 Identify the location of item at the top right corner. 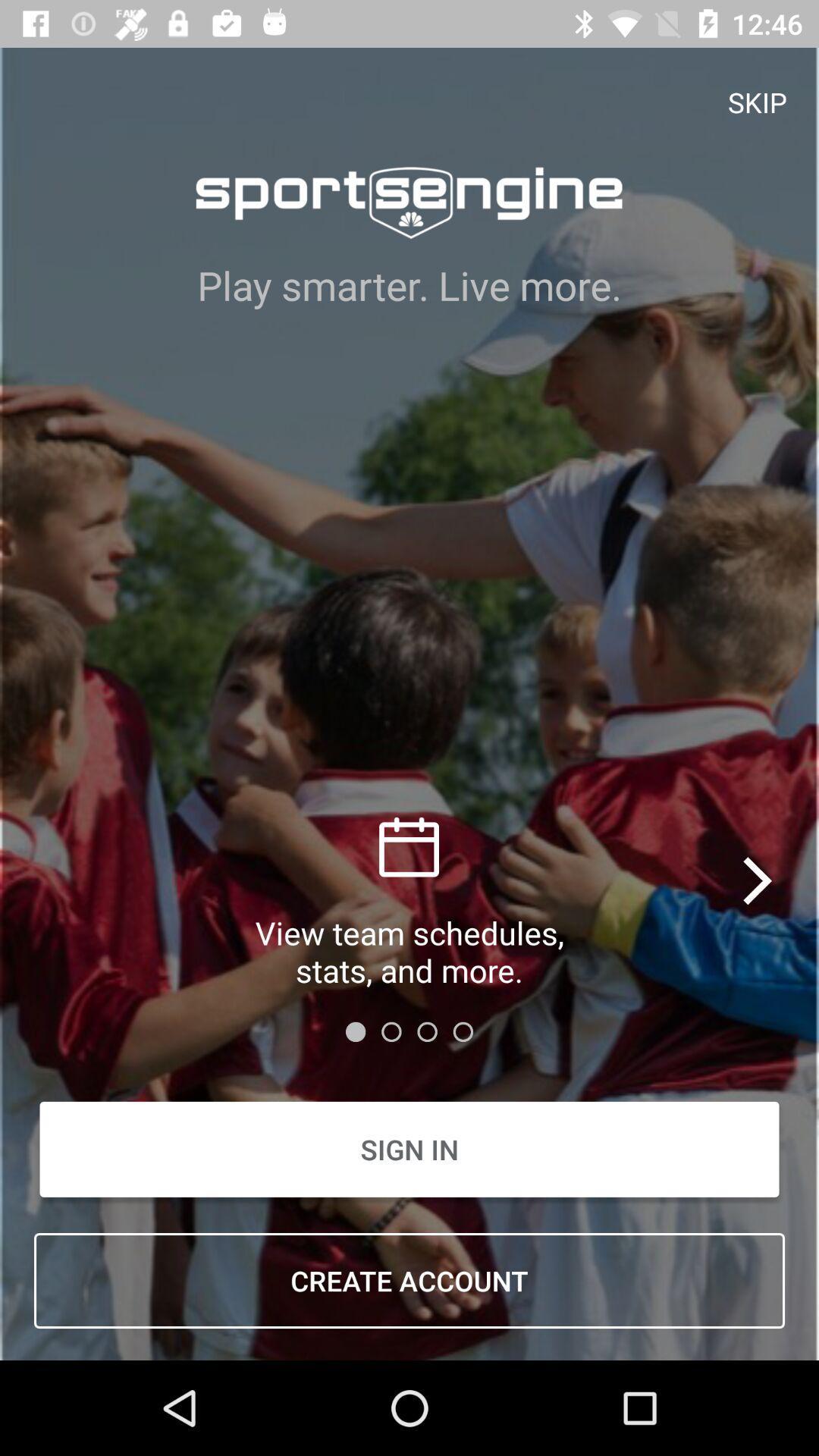
(758, 101).